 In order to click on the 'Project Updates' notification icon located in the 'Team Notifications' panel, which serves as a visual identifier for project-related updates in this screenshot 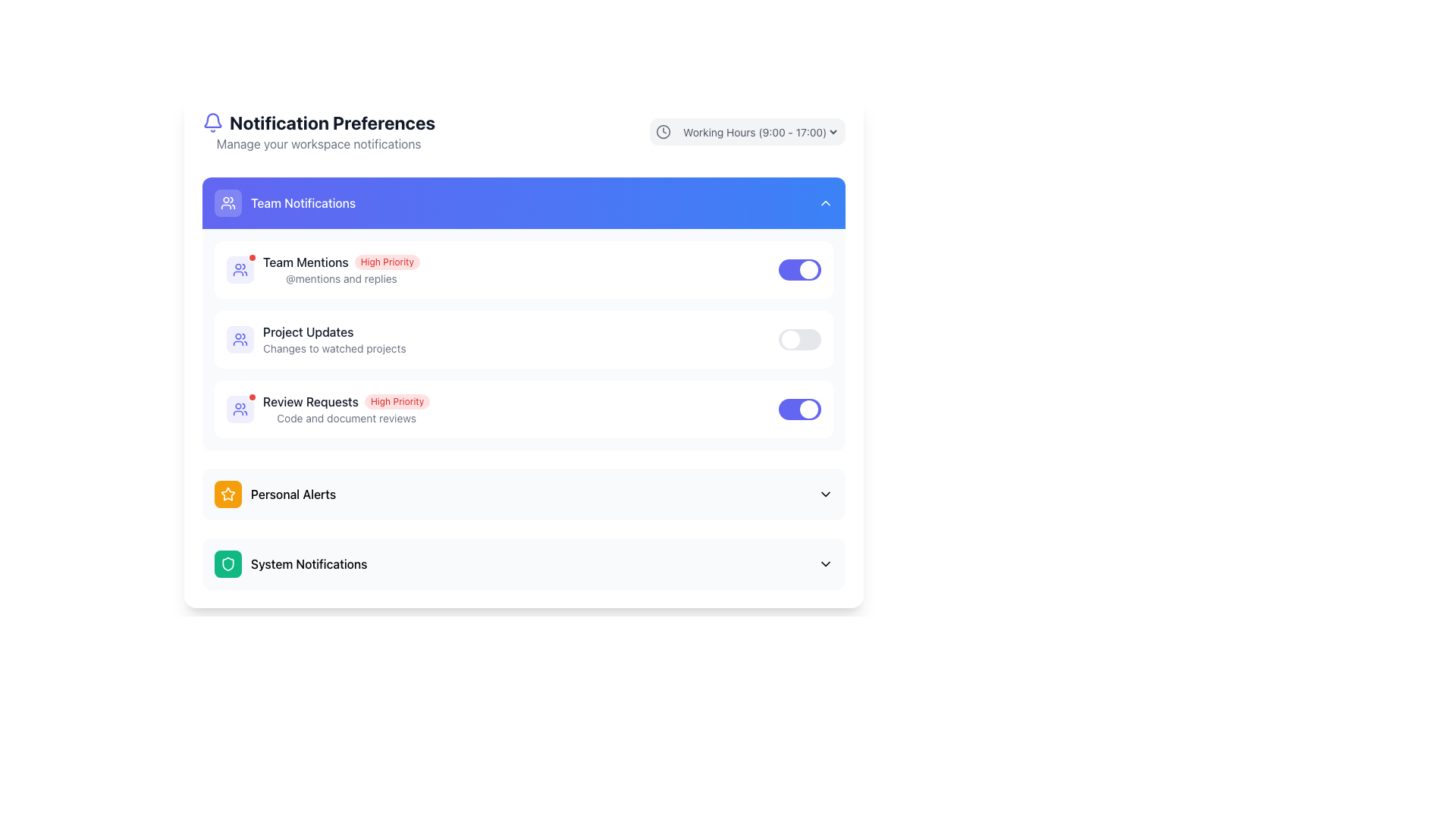, I will do `click(239, 338)`.